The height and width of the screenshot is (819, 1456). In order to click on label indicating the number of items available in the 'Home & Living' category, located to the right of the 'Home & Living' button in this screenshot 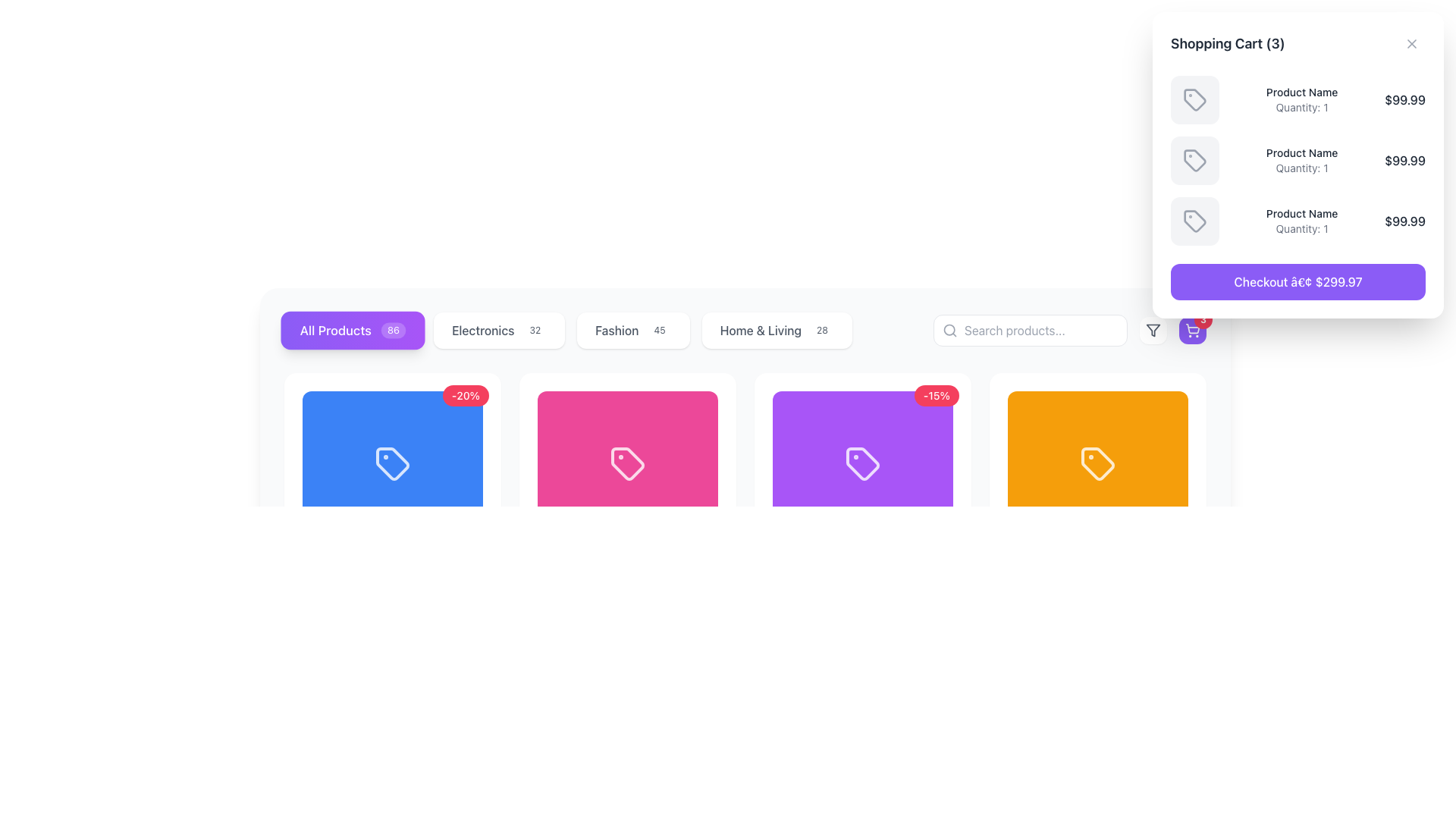, I will do `click(821, 329)`.